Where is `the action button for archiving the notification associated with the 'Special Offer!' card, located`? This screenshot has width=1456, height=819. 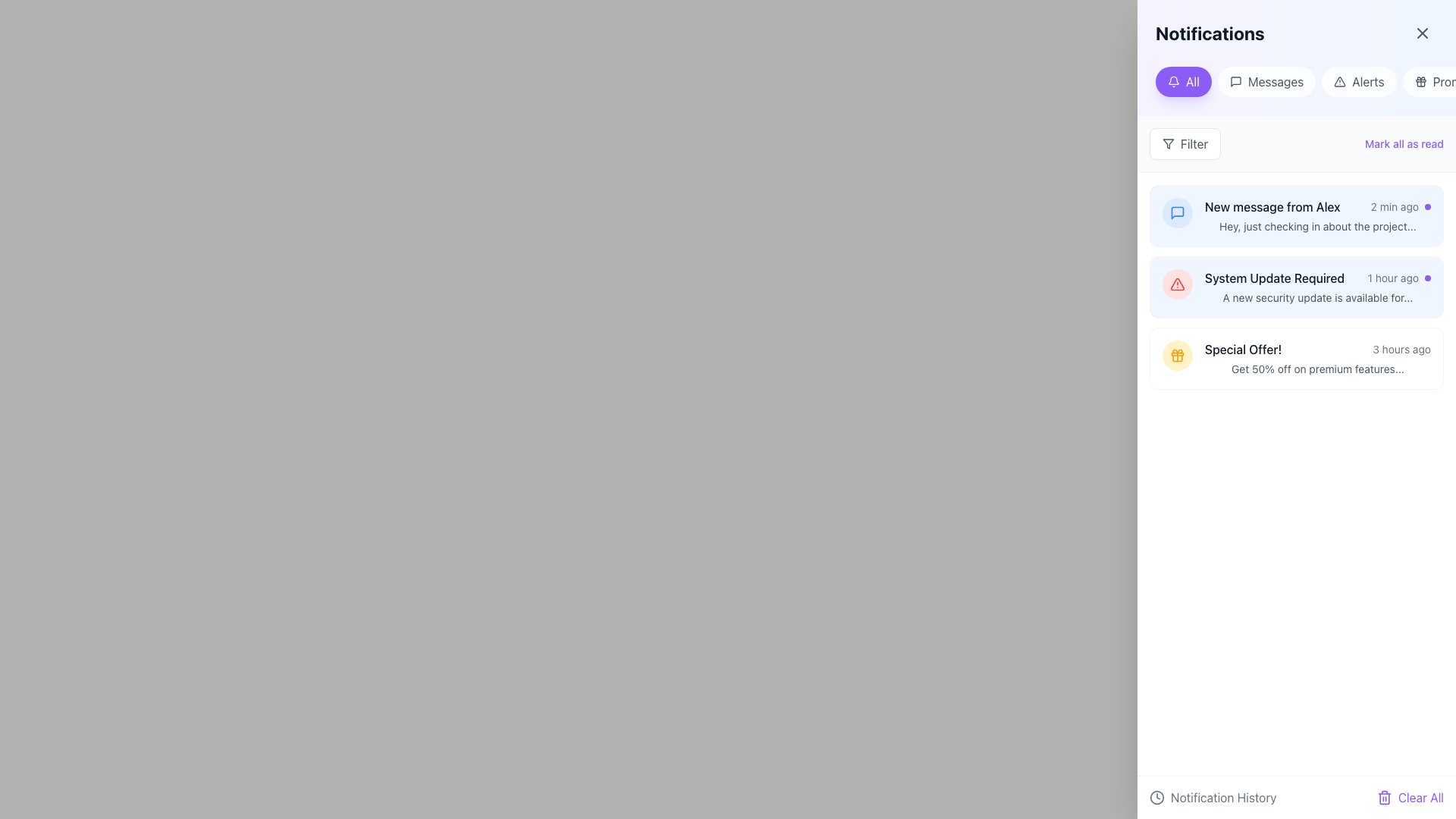
the action button for archiving the notification associated with the 'Special Offer!' card, located is located at coordinates (1357, 359).